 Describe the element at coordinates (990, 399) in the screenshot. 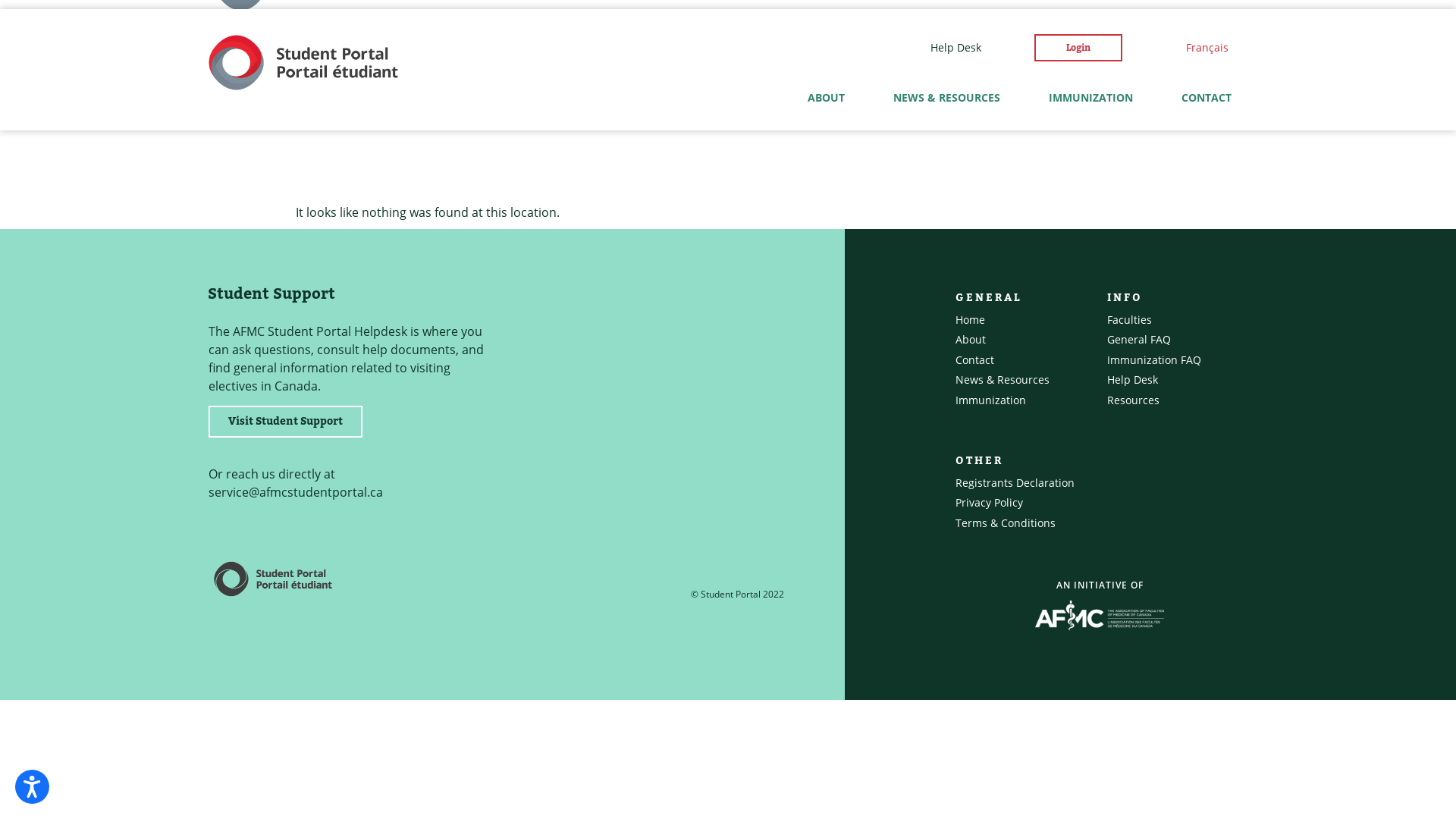

I see `'Immunization'` at that location.